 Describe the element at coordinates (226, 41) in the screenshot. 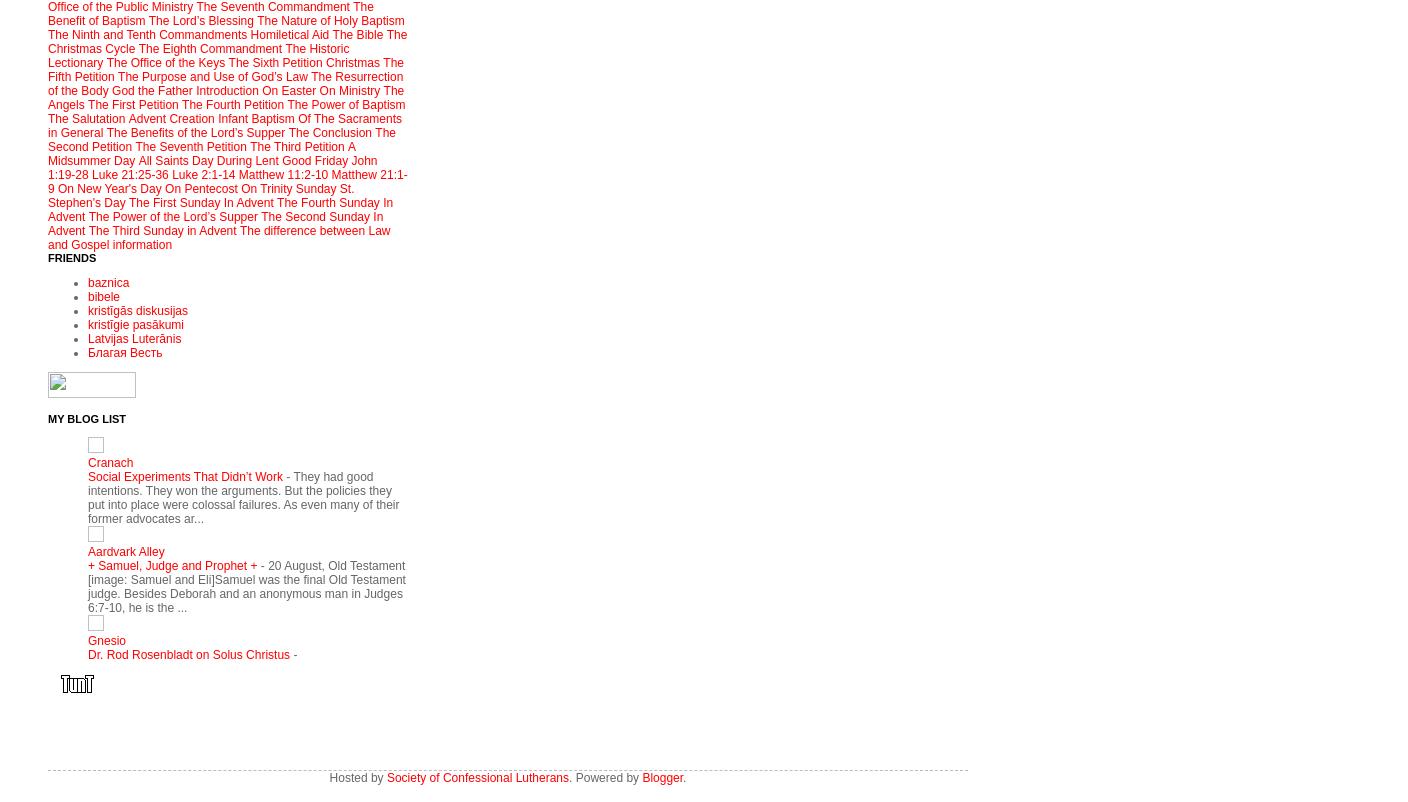

I see `'The Christmas Cycle'` at that location.